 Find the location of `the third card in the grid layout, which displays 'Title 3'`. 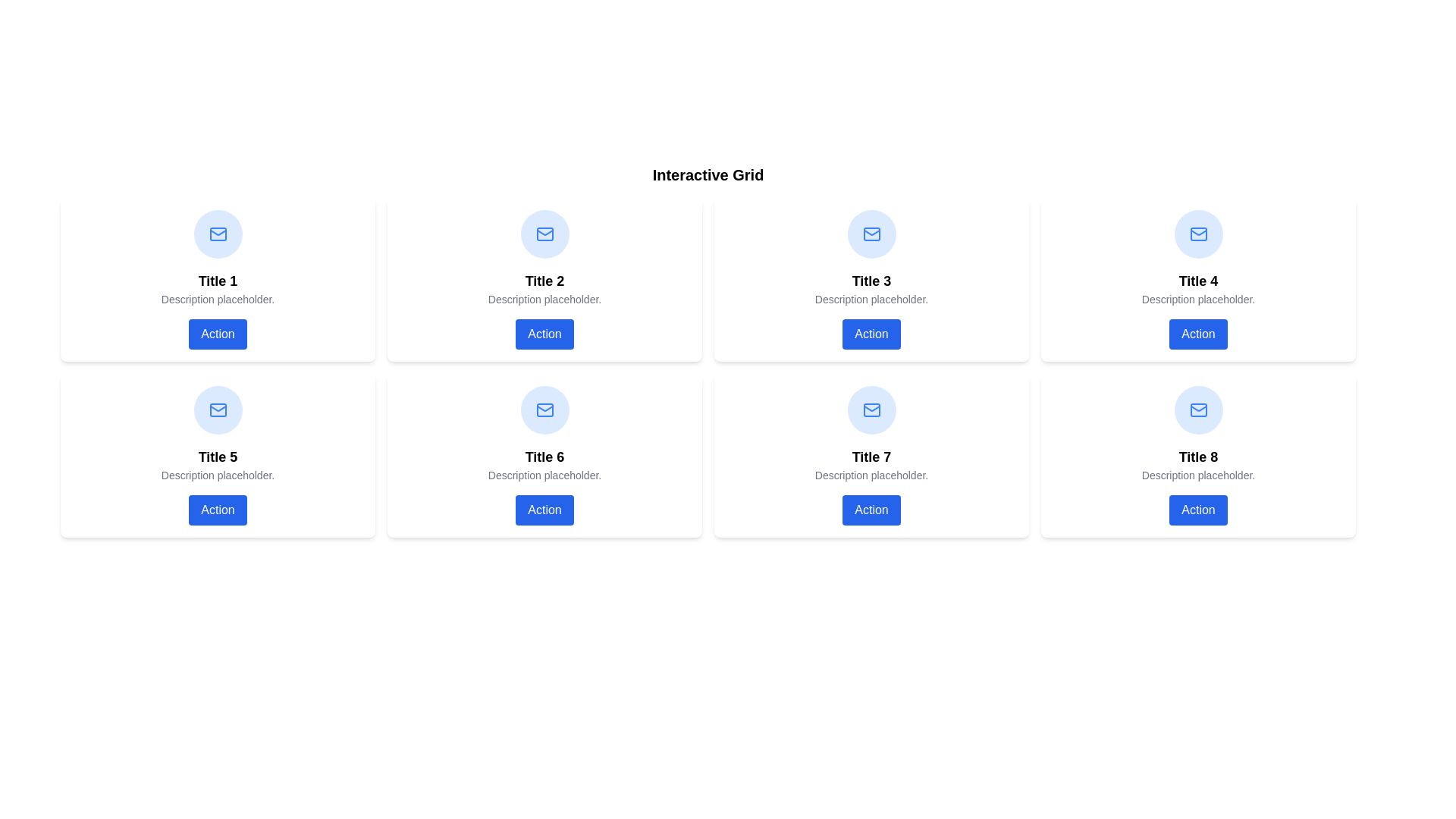

the third card in the grid layout, which displays 'Title 3' is located at coordinates (871, 280).